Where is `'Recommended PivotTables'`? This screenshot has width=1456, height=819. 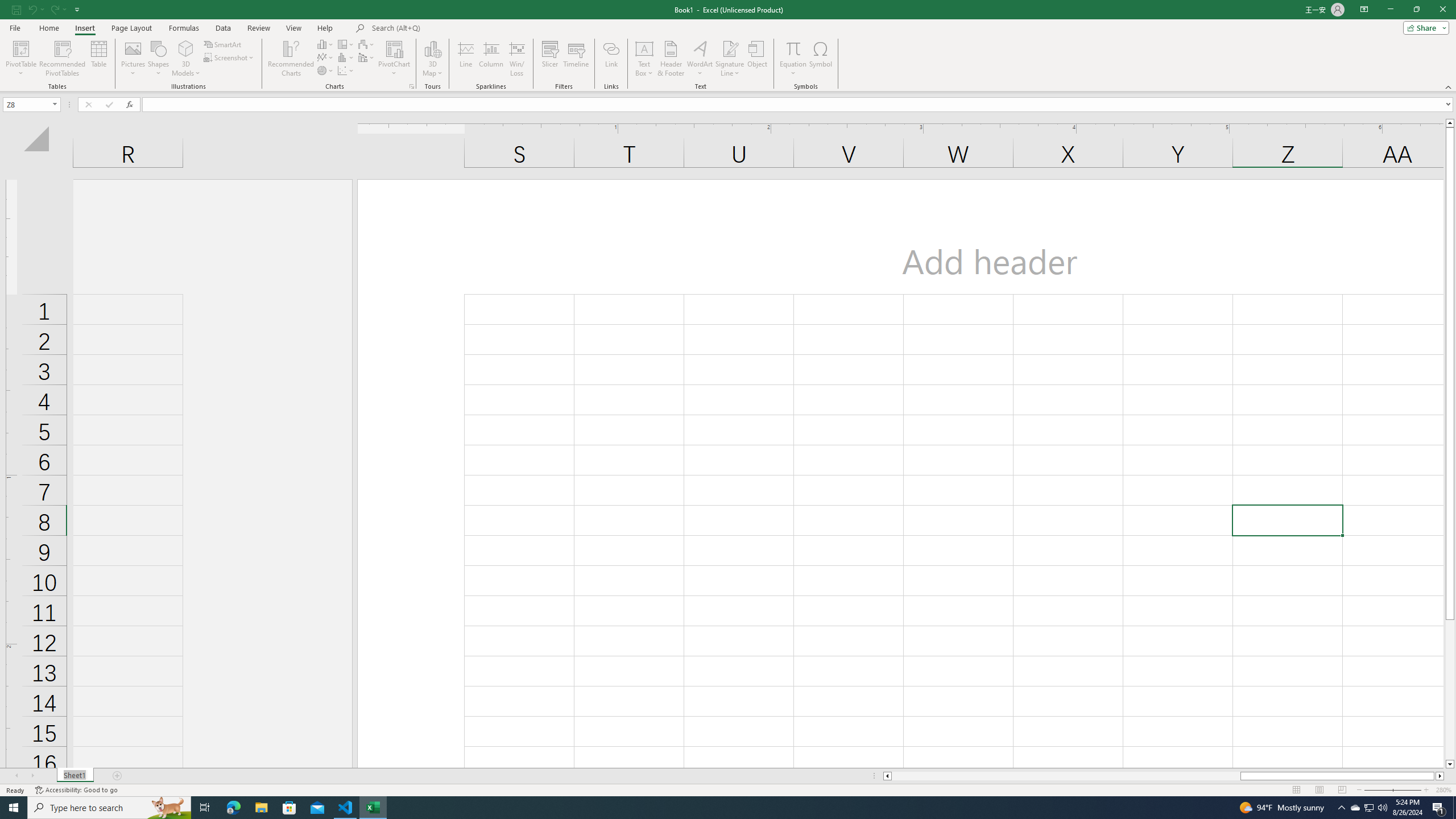 'Recommended PivotTables' is located at coordinates (63, 59).